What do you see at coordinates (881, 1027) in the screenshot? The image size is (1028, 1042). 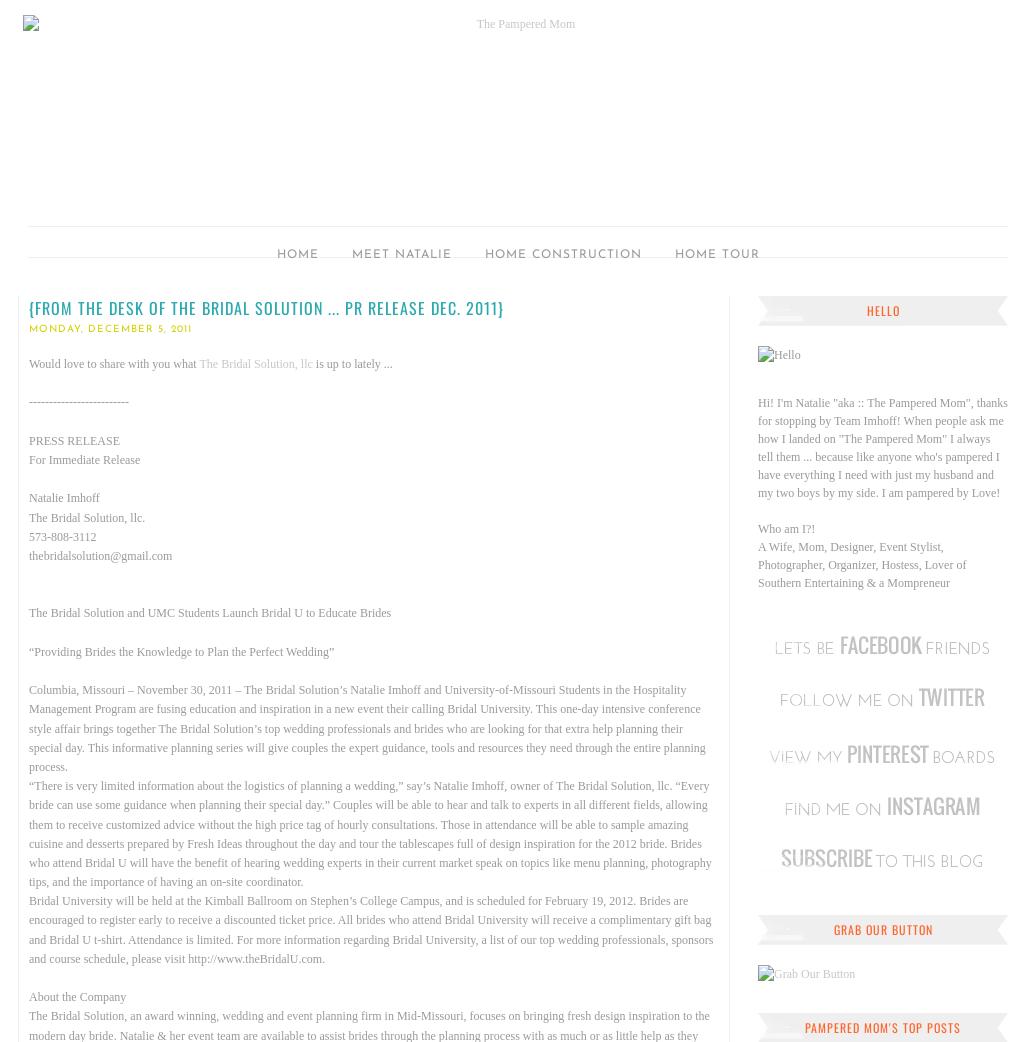 I see `'Pampered Mom's Top Posts'` at bounding box center [881, 1027].